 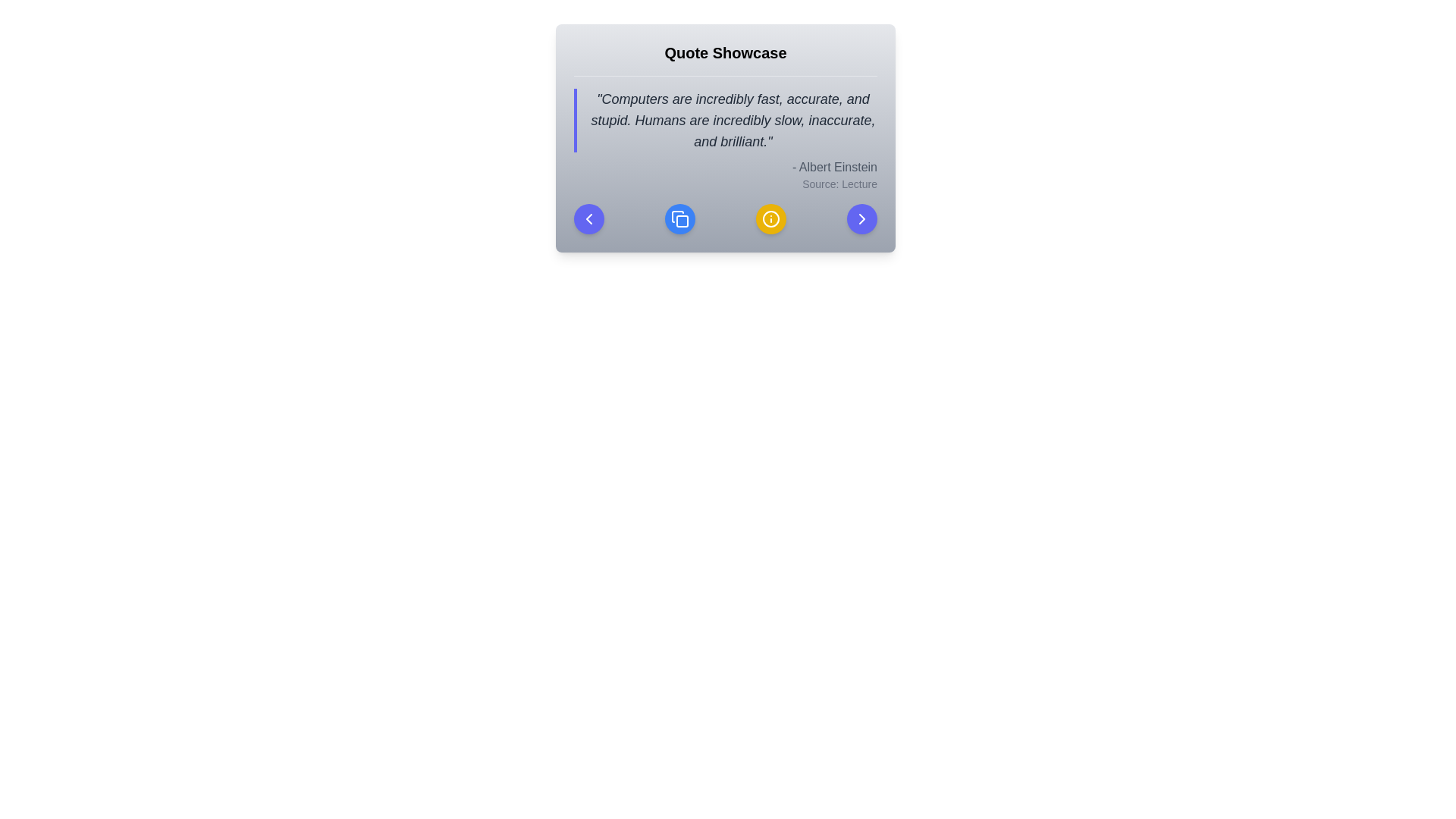 What do you see at coordinates (771, 219) in the screenshot?
I see `the circular icon button with a yellow background and white outline, which contains an information symbol` at bounding box center [771, 219].